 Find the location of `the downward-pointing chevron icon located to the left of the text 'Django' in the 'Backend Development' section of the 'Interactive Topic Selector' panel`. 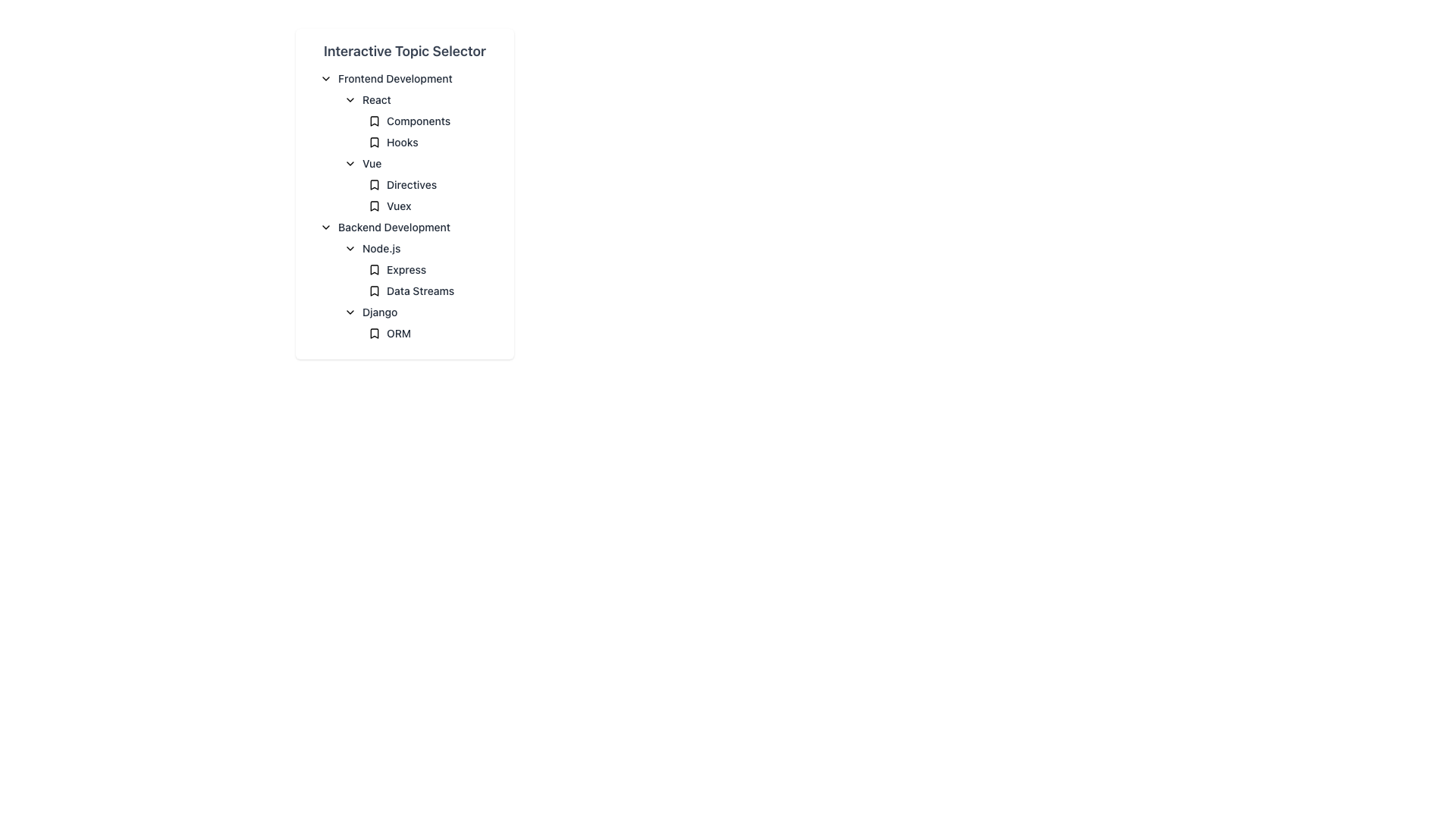

the downward-pointing chevron icon located to the left of the text 'Django' in the 'Backend Development' section of the 'Interactive Topic Selector' panel is located at coordinates (349, 312).